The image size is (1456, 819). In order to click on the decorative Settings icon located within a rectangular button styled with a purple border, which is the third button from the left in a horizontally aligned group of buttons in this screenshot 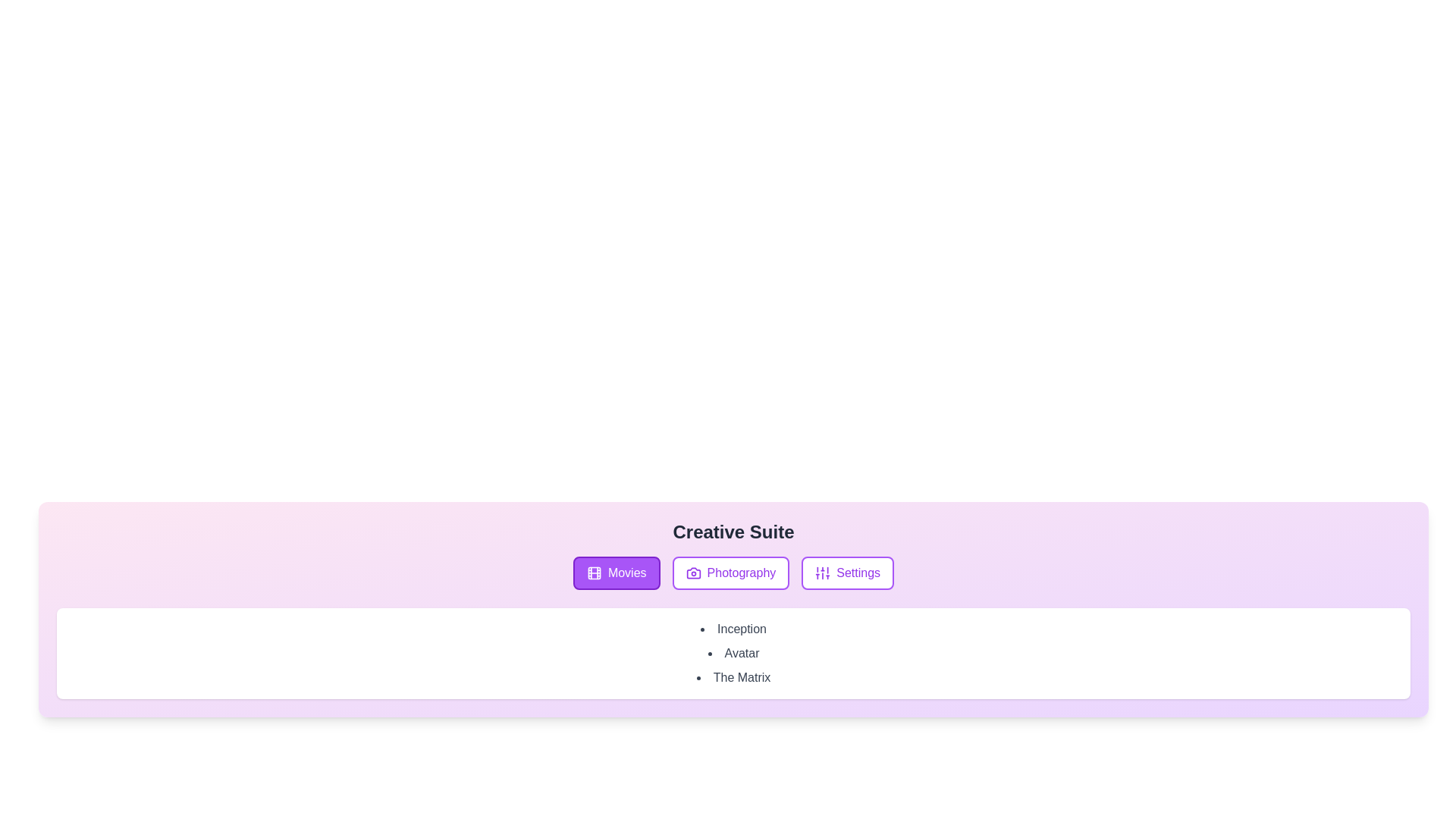, I will do `click(821, 573)`.